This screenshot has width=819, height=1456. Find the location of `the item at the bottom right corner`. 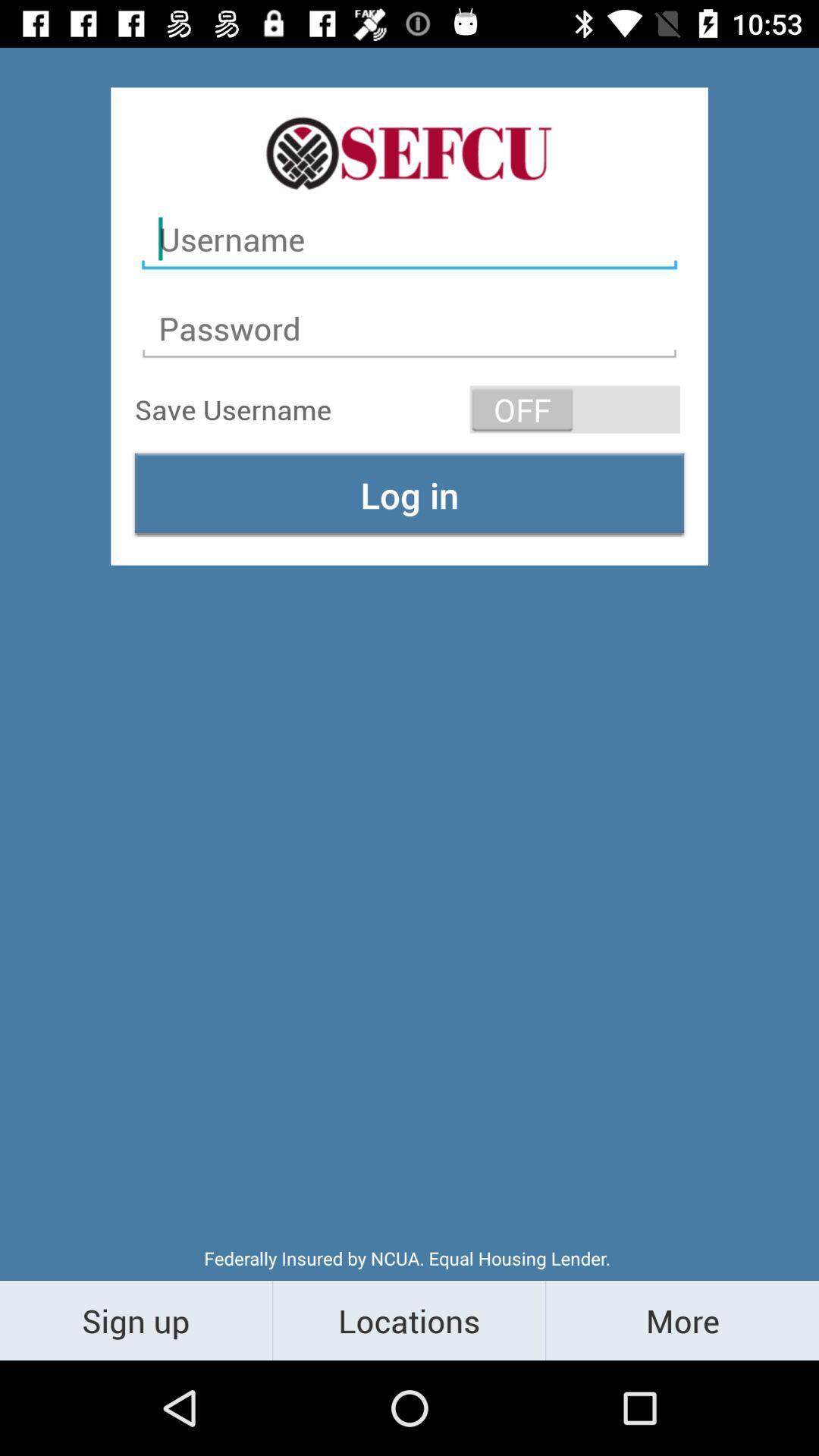

the item at the bottom right corner is located at coordinates (681, 1319).